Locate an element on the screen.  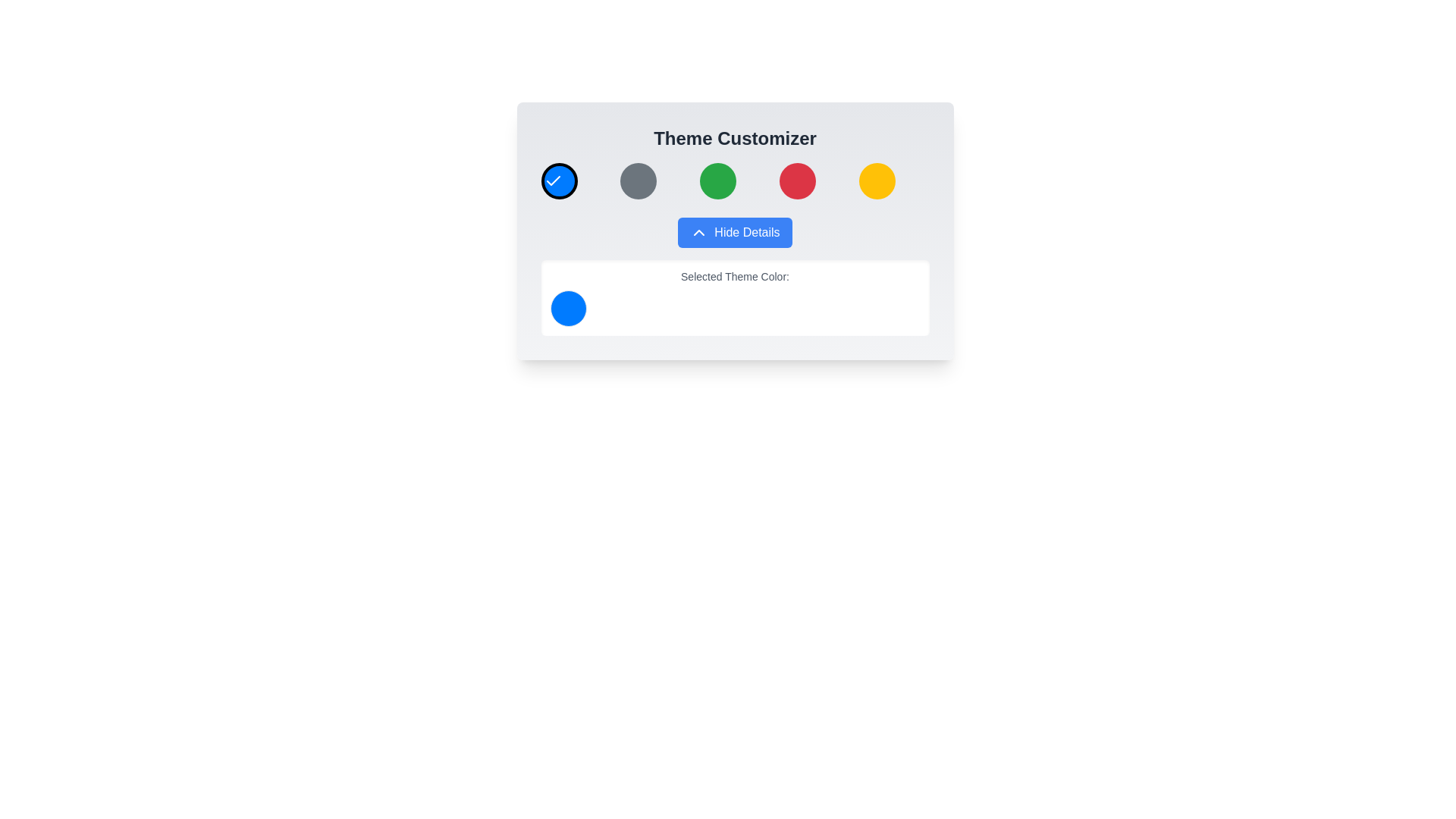
the bold text label displaying 'Theme Customizer' which is centered at the top of the white rounded panel is located at coordinates (735, 138).